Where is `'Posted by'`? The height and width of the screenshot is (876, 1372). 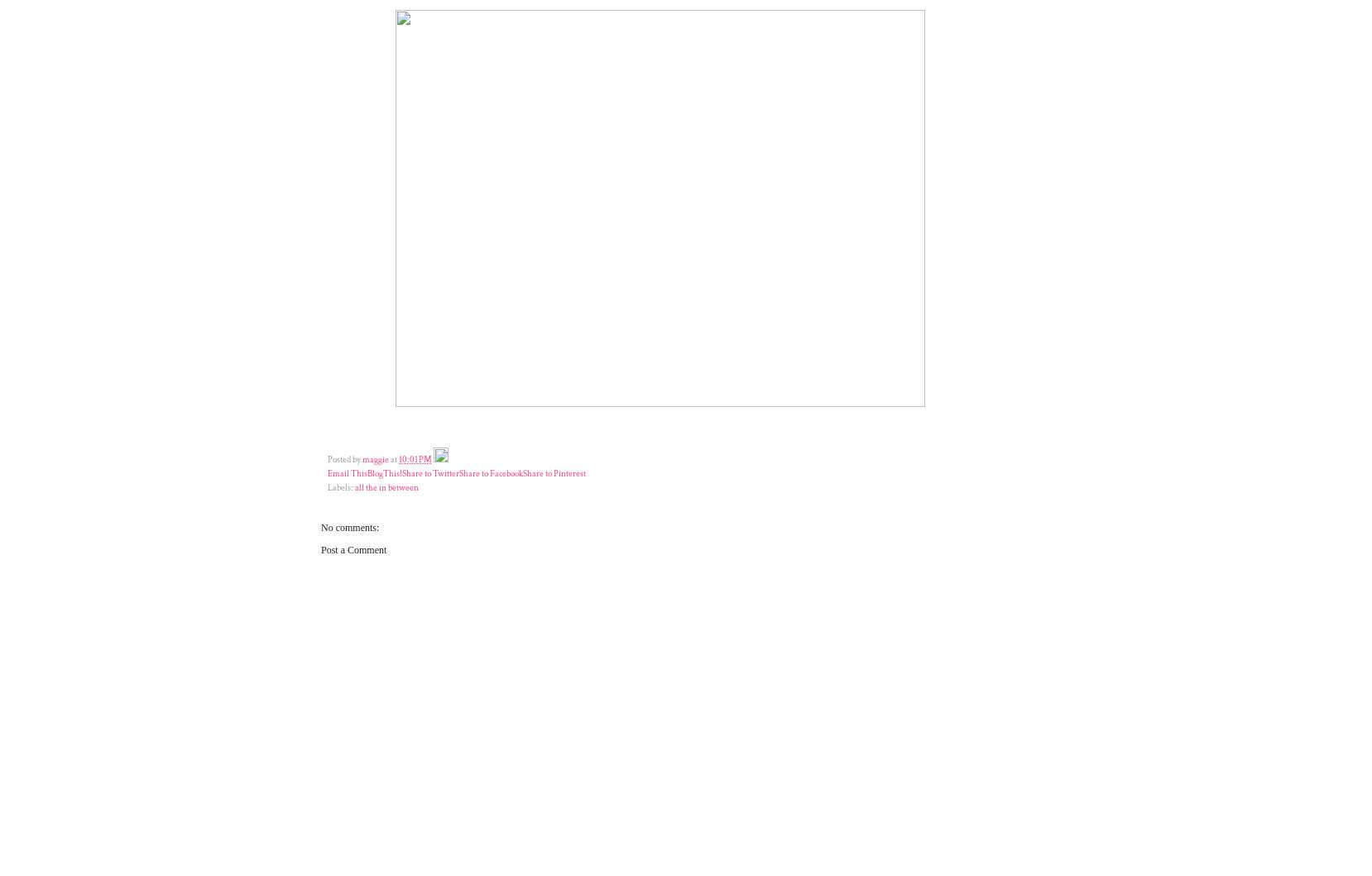 'Posted by' is located at coordinates (344, 458).